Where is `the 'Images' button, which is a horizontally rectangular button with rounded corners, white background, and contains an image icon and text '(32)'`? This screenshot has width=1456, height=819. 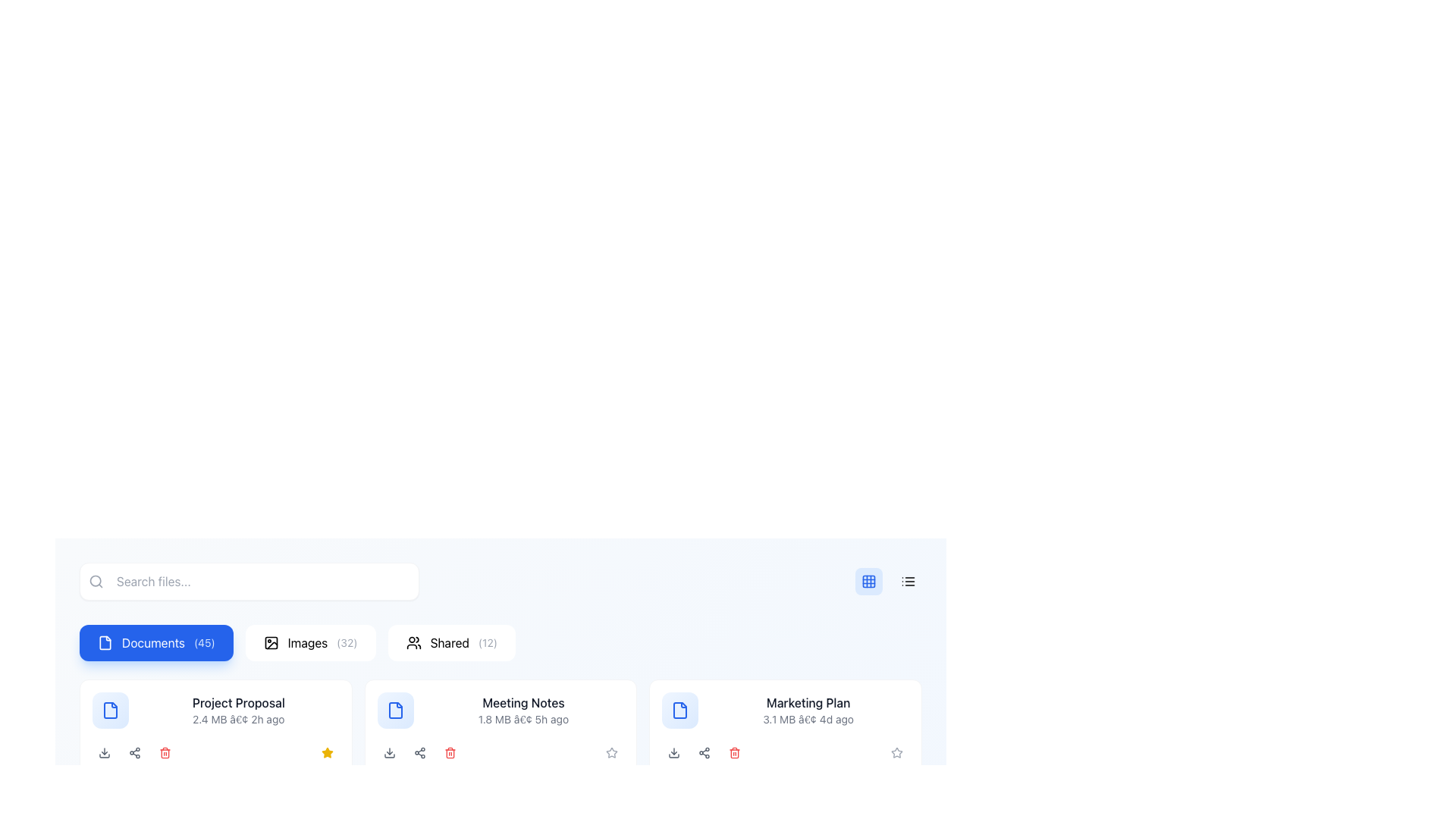
the 'Images' button, which is a horizontally rectangular button with rounded corners, white background, and contains an image icon and text '(32)' is located at coordinates (309, 643).